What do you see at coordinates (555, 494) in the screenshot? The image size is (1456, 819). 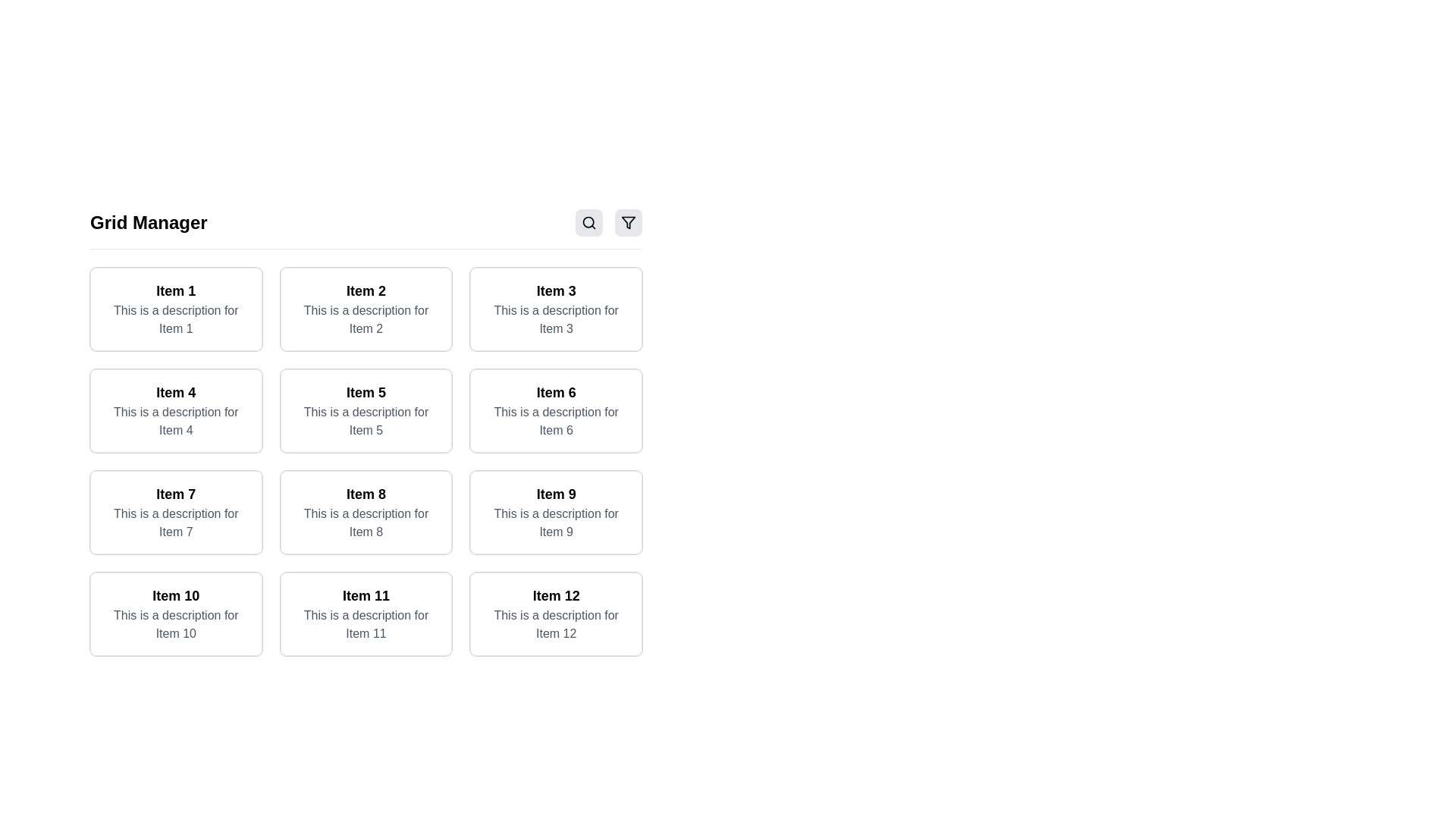 I see `the Text Label that serves as the title or header of the card, located in the third row and second column of the grid layout` at bounding box center [555, 494].